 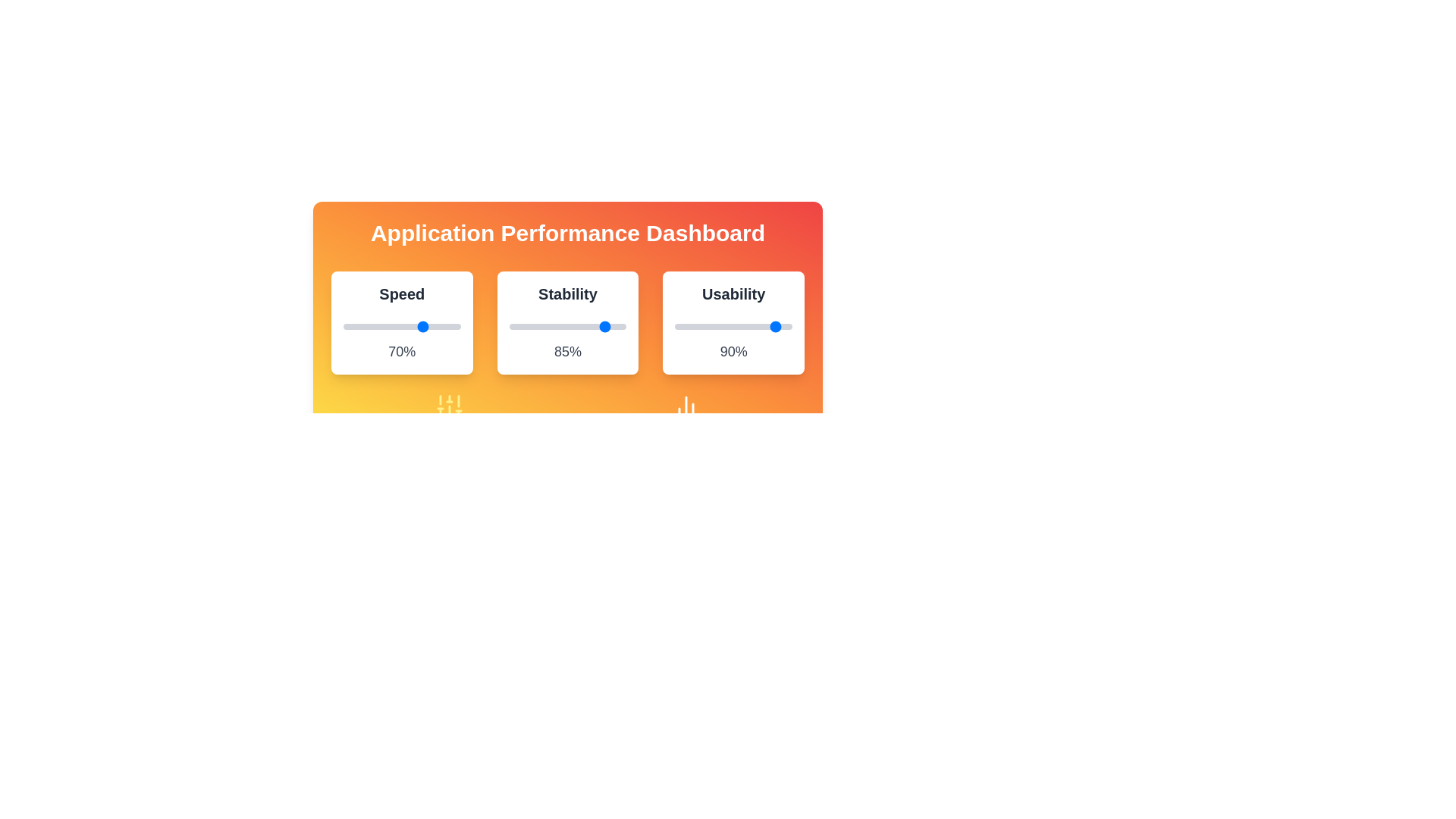 What do you see at coordinates (449, 406) in the screenshot?
I see `the icon button labeled Sliders below the metrics` at bounding box center [449, 406].